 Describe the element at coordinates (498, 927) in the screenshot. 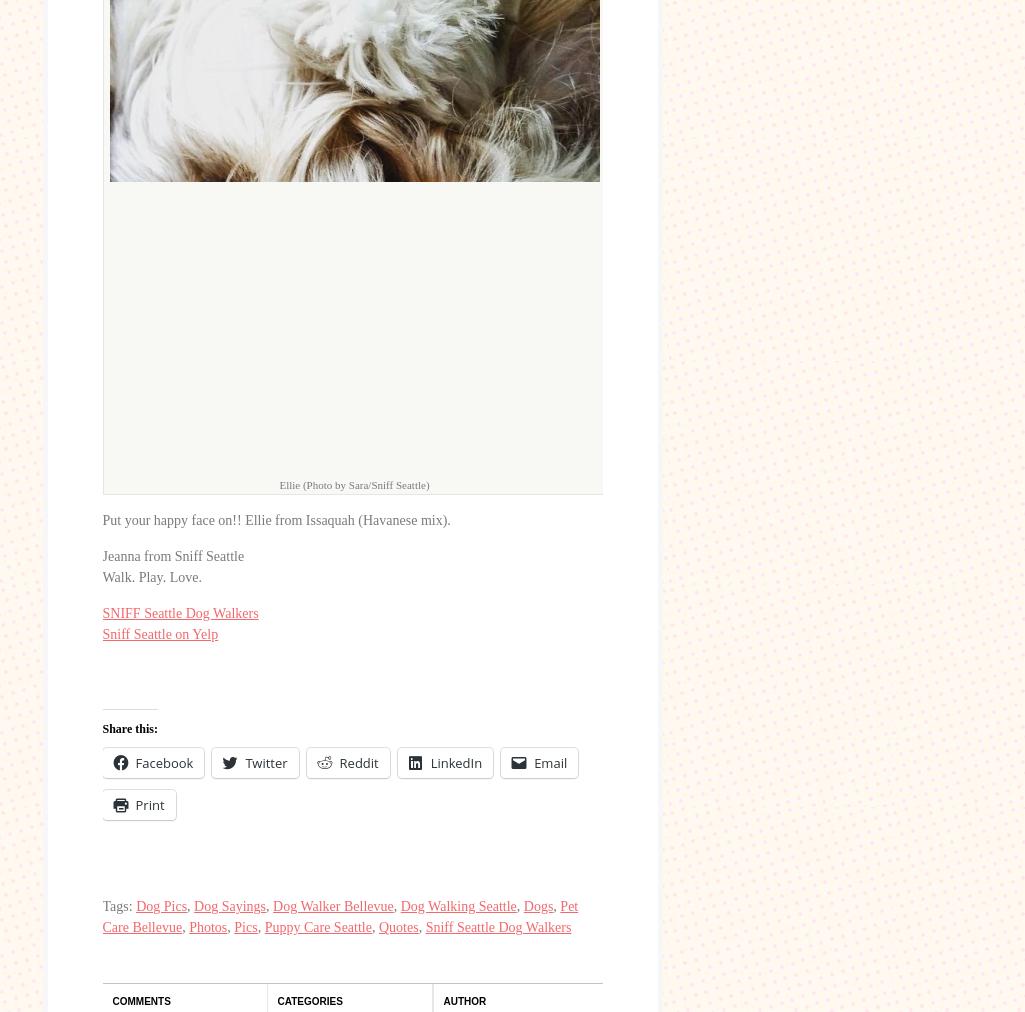

I see `'Sniff Seattle Dog Walkers'` at that location.